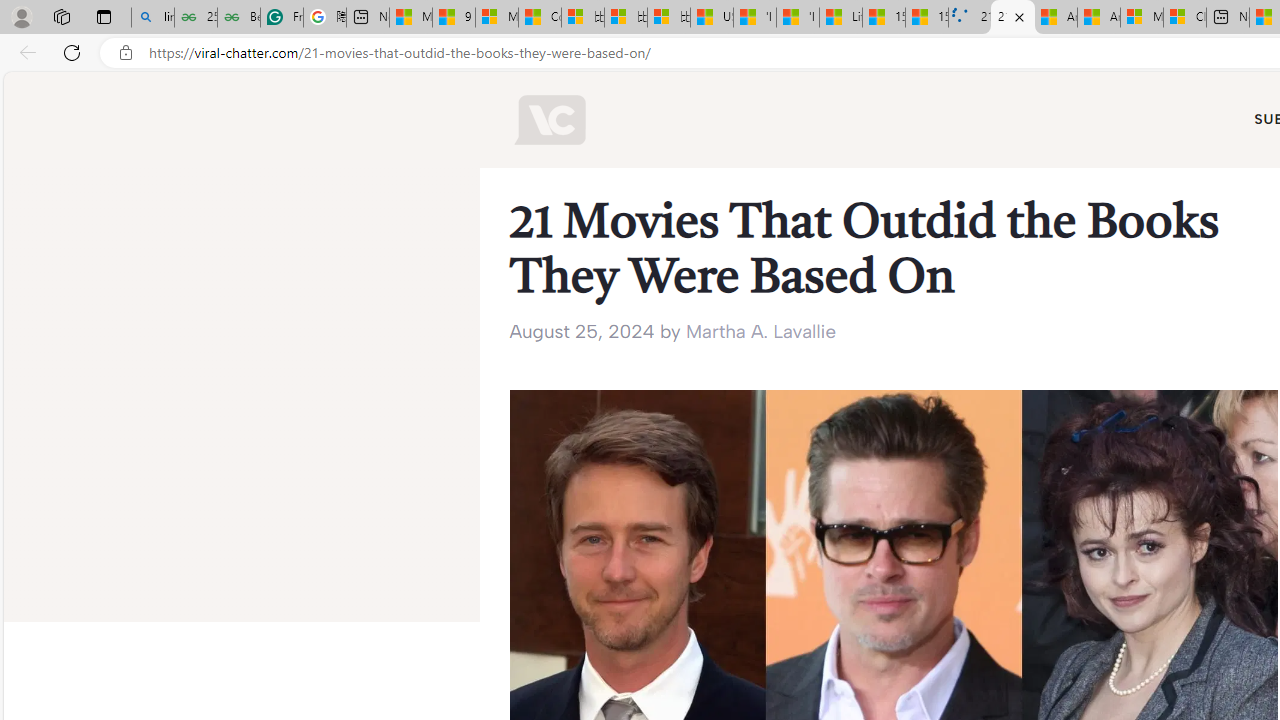 The image size is (1280, 720). What do you see at coordinates (712, 17) in the screenshot?
I see `'USA TODAY - MSN'` at bounding box center [712, 17].